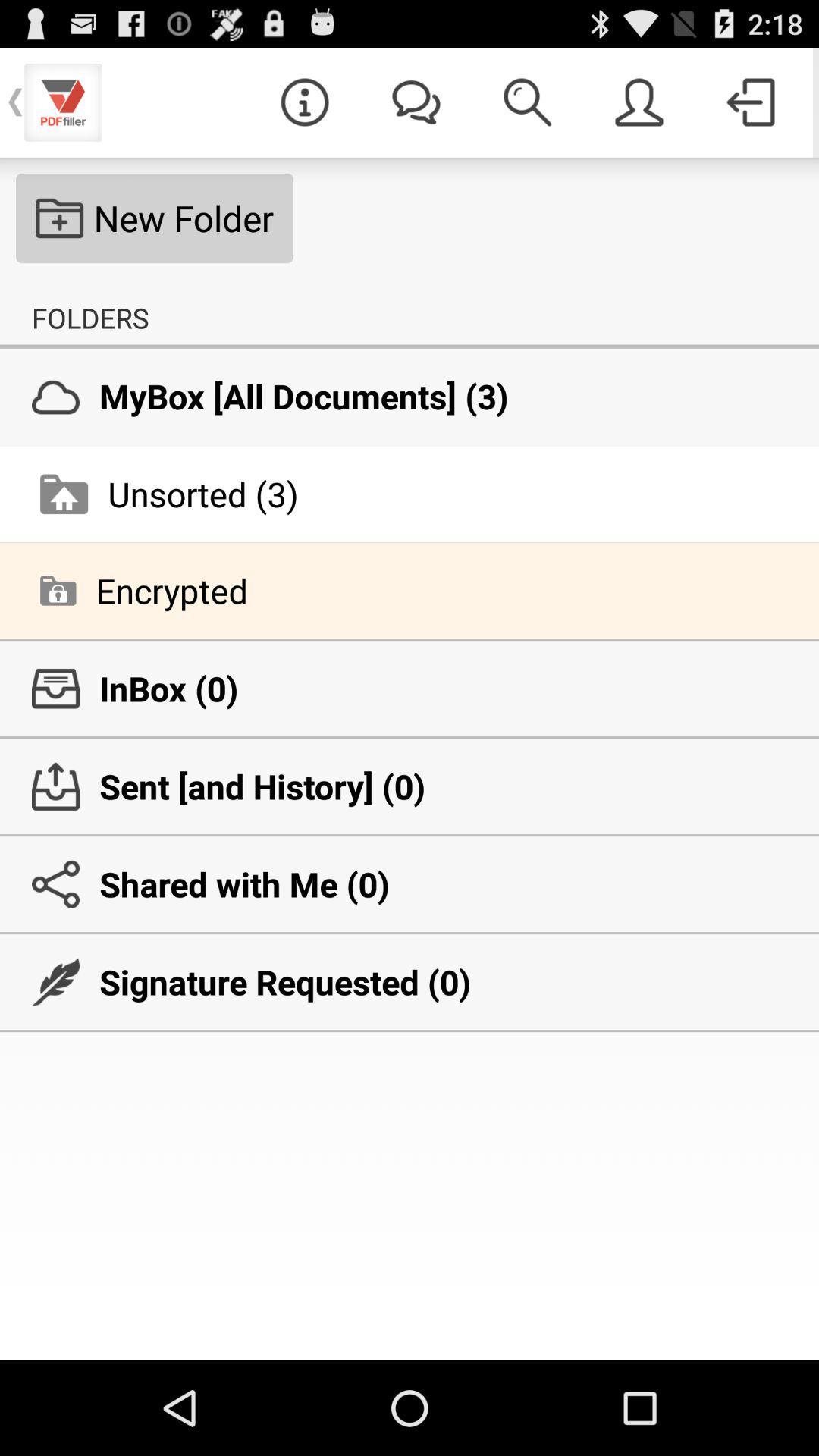  What do you see at coordinates (409, 982) in the screenshot?
I see `the signature requested (0) item` at bounding box center [409, 982].